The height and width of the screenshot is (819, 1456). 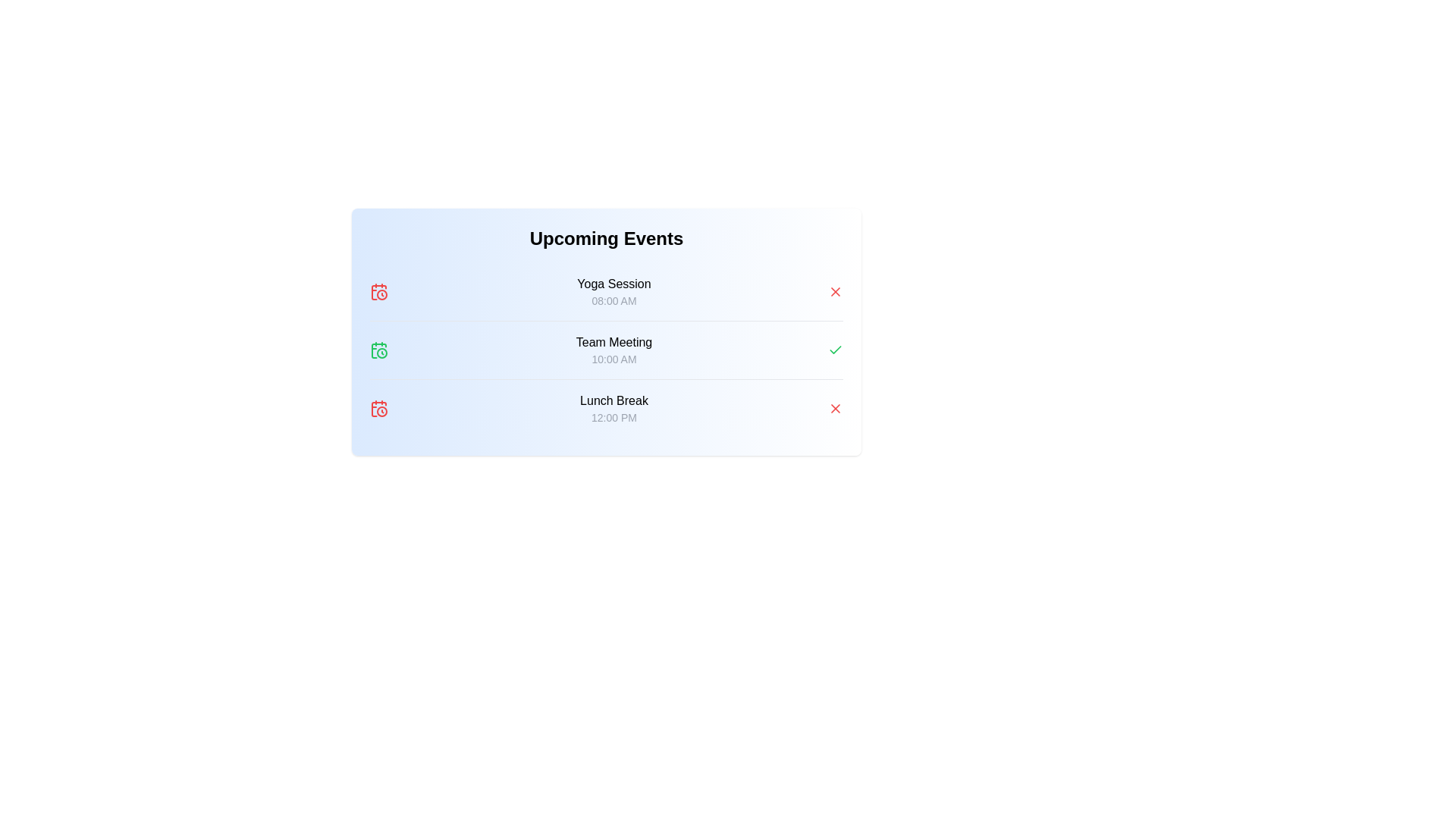 I want to click on the green calendar icon with an embedded clock motif, which is located to the left of the text 'Team Meeting' and '10:00 AM', so click(x=378, y=350).